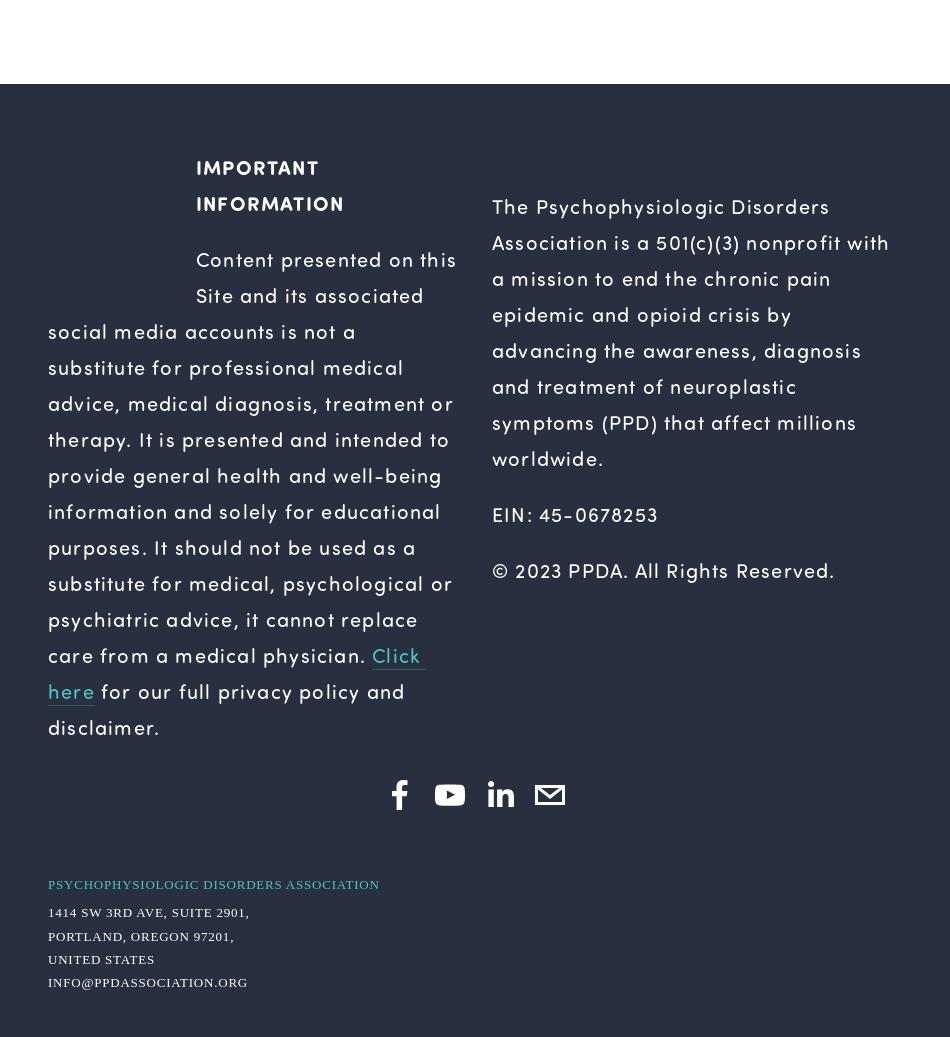 The image size is (950, 1037). What do you see at coordinates (47, 708) in the screenshot?
I see `'for our full privacy policy and disclaimer.'` at bounding box center [47, 708].